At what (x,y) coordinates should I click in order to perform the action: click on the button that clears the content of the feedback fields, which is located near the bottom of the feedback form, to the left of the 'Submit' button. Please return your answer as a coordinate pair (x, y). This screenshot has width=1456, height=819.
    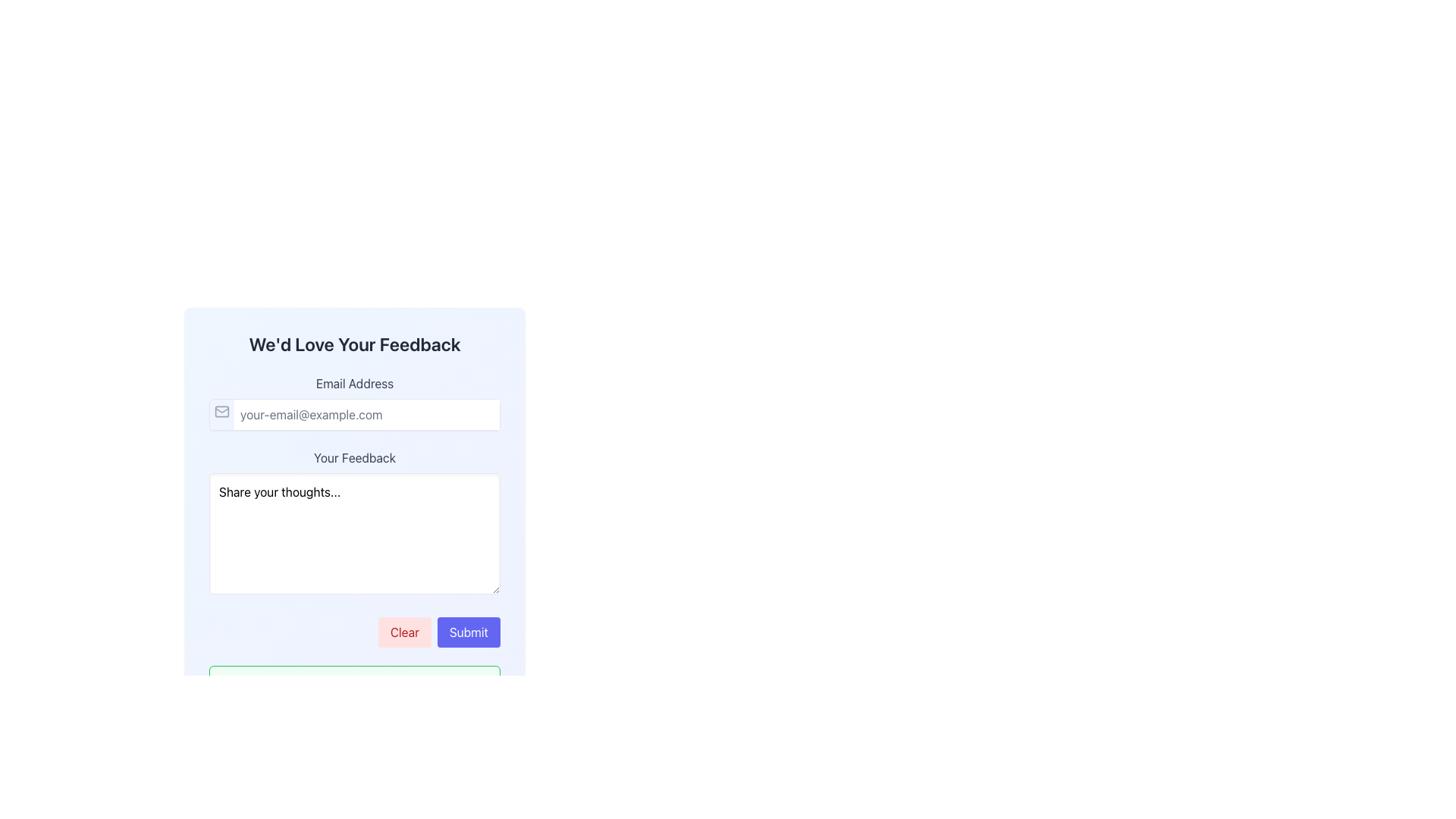
    Looking at the image, I should click on (404, 632).